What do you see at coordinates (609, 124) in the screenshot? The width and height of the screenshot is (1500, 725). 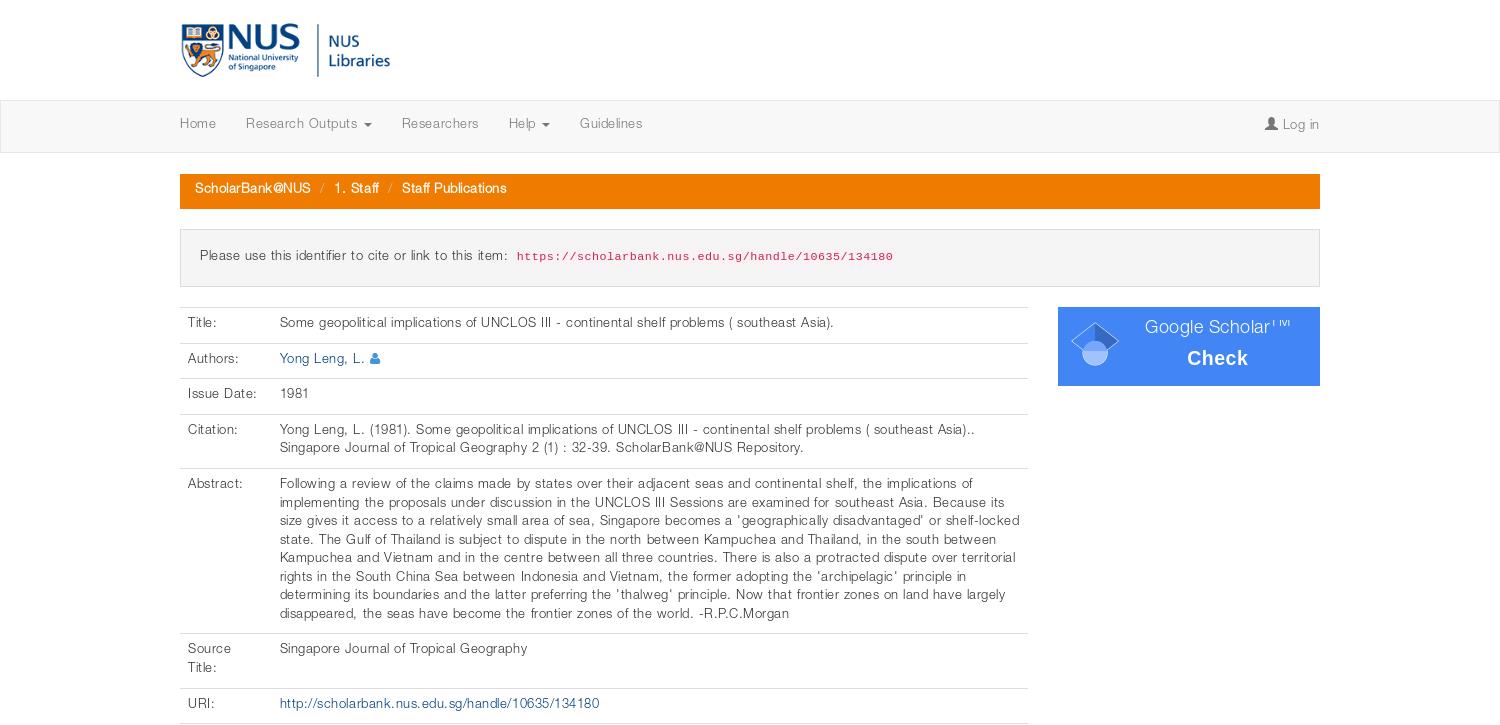 I see `'Guidelines'` at bounding box center [609, 124].